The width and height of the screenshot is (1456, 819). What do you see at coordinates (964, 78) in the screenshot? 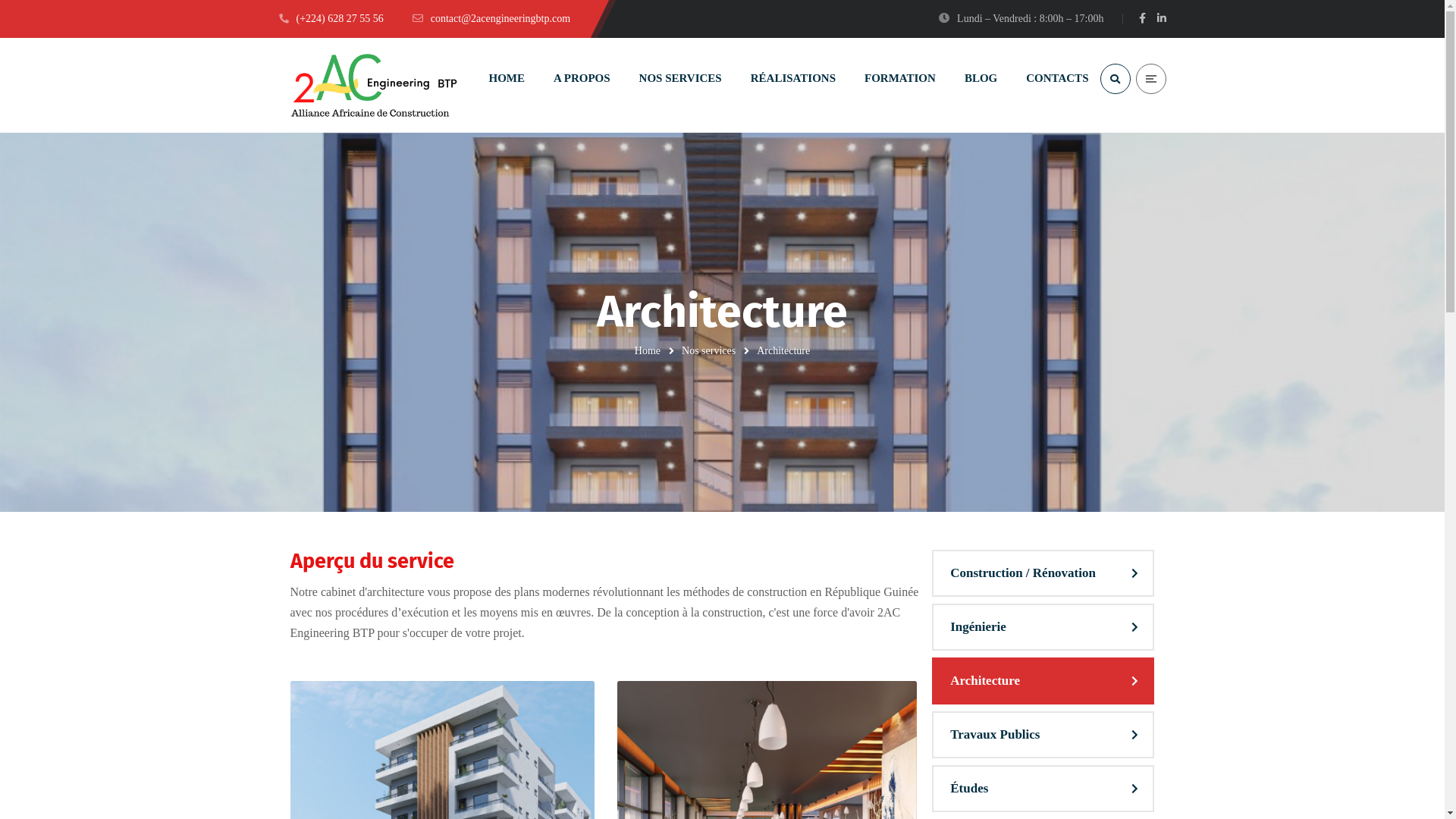
I see `'BLOG'` at bounding box center [964, 78].